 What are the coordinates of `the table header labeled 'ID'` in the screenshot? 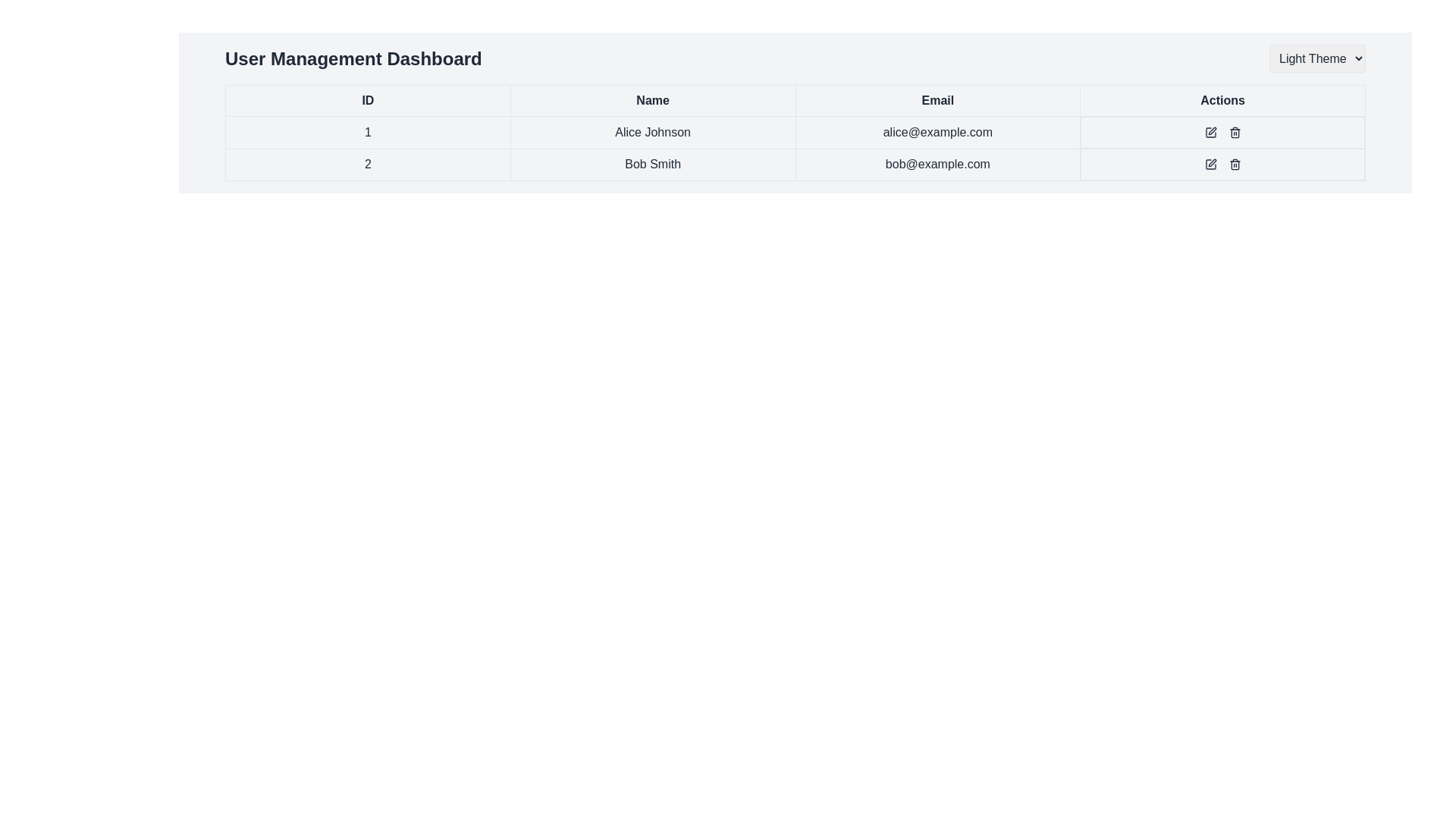 It's located at (368, 100).